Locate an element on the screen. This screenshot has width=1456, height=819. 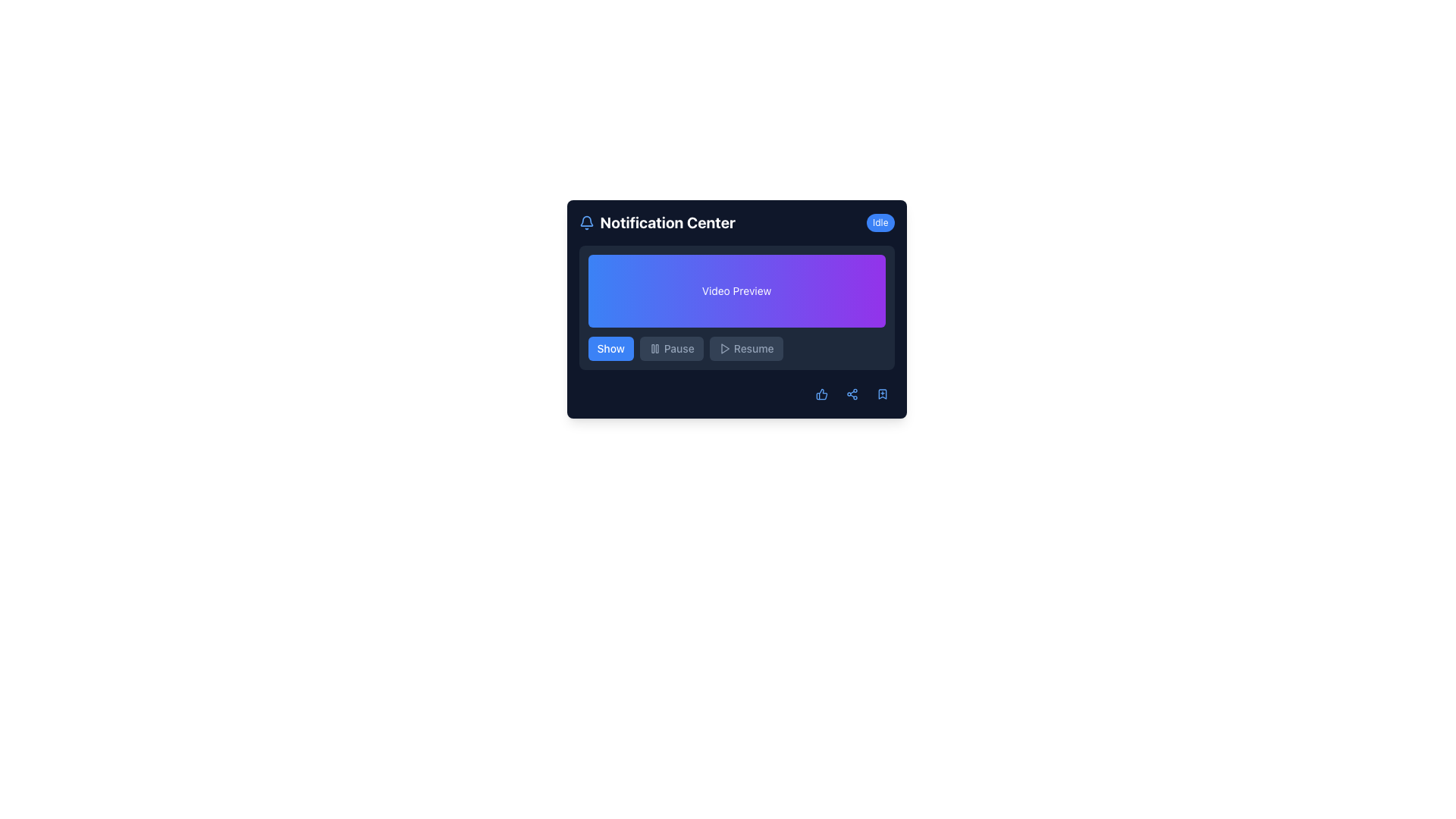
the non-interactive bookmark indicator icon located at the bottom-right corner of the interface, which is the third icon in the row from the right is located at coordinates (882, 394).